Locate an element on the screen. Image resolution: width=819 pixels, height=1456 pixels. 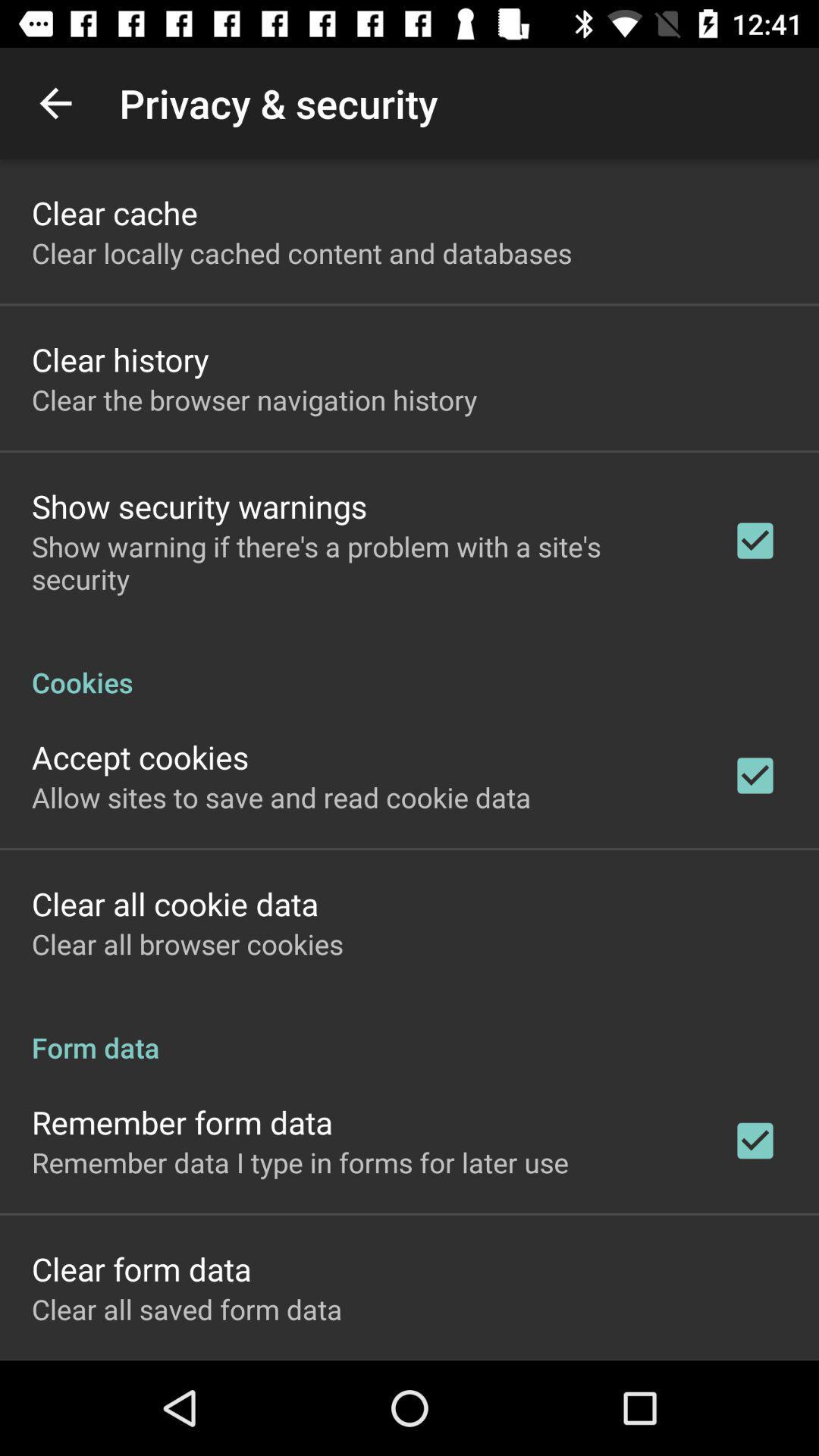
icon above the cookies icon is located at coordinates (362, 562).